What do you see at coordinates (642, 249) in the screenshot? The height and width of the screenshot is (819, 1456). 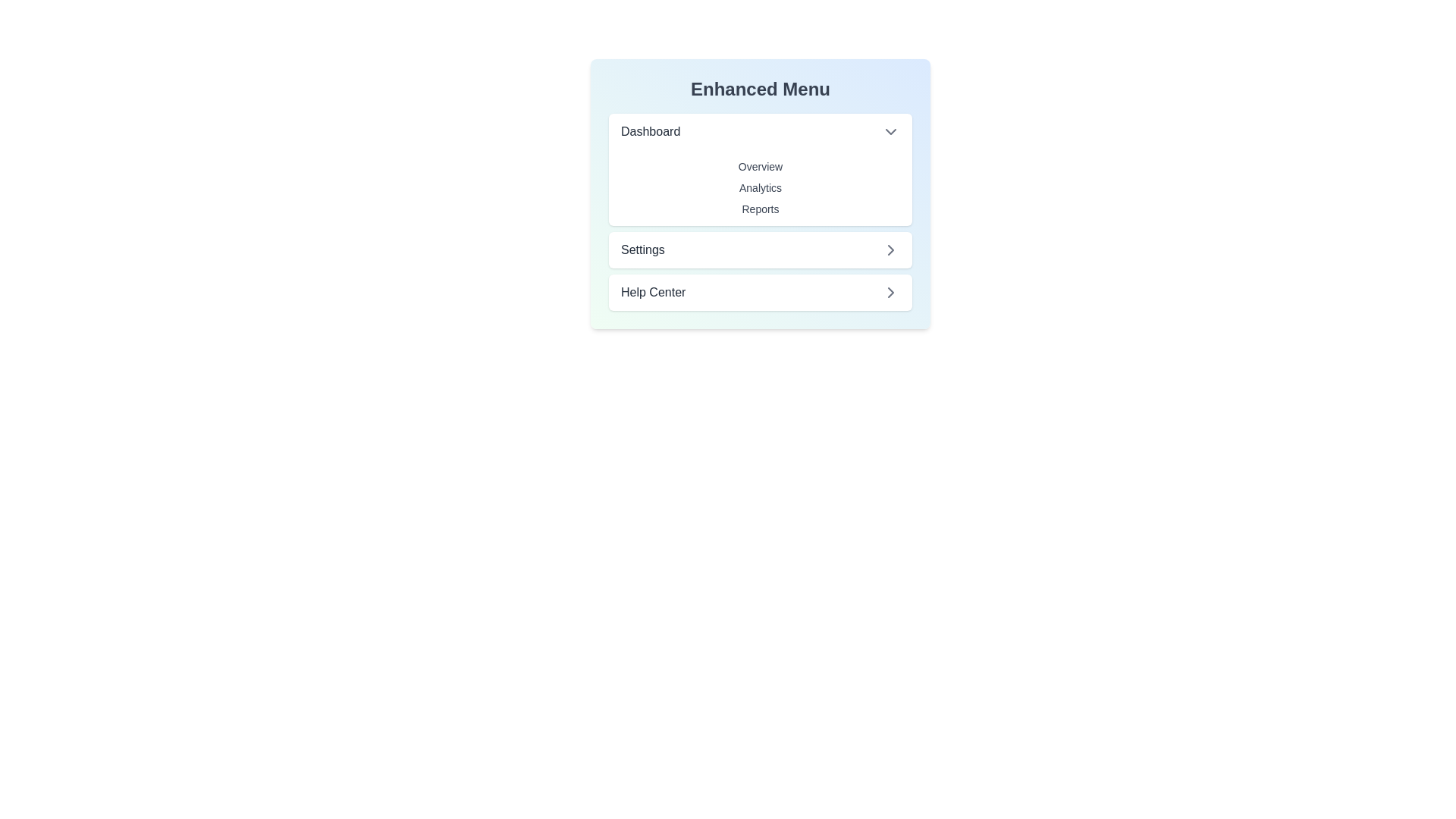 I see `text 'Settings' from the Text Label that displays it in medium-sized grayish font on a white background, located in the second list item of the menu panel under 'Dashboard'` at bounding box center [642, 249].